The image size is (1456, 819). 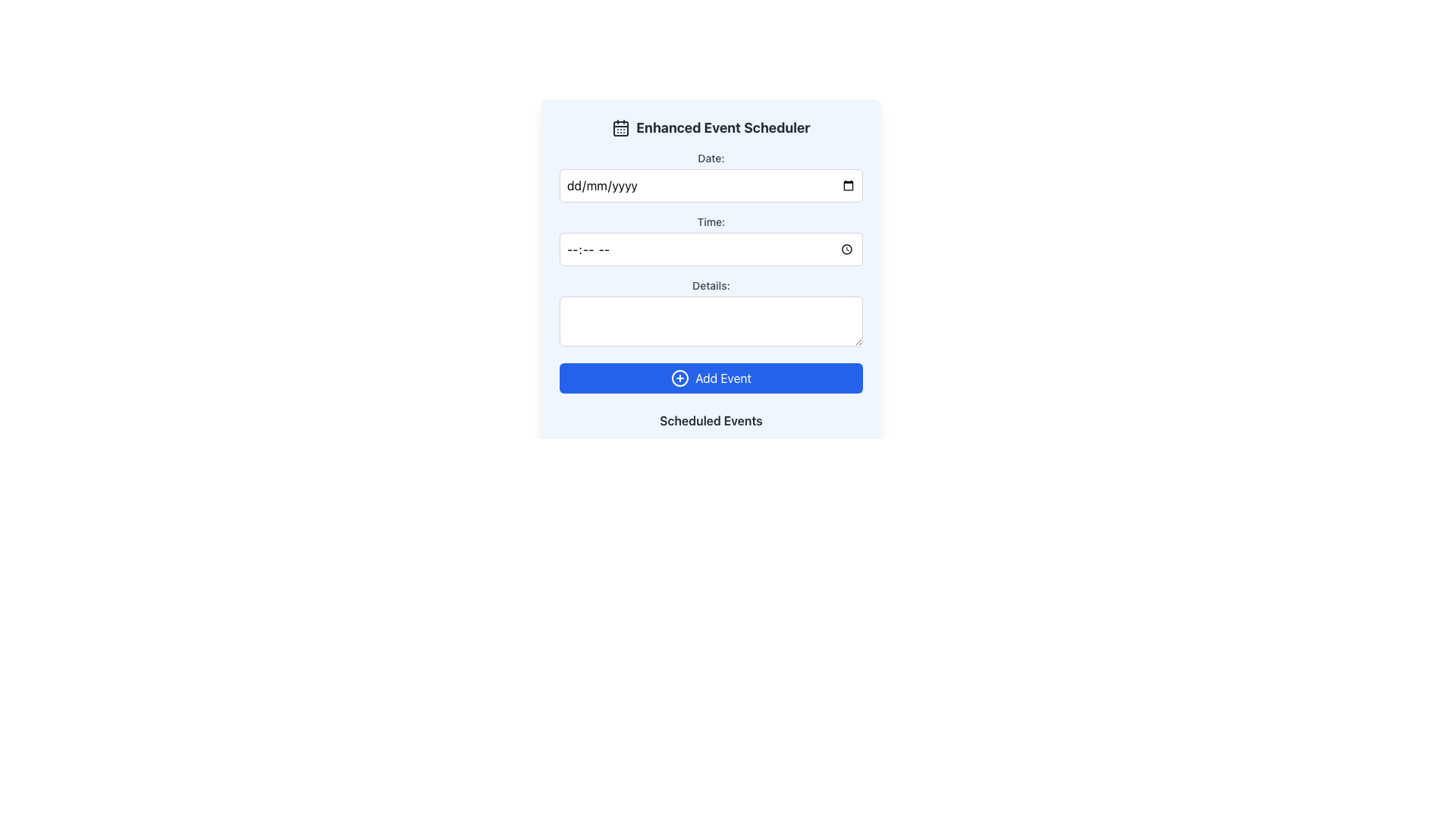 I want to click on the 'Time:' label, which is a small, bold, gray text label positioned centrally above the time input field in the form layout, so click(x=710, y=222).